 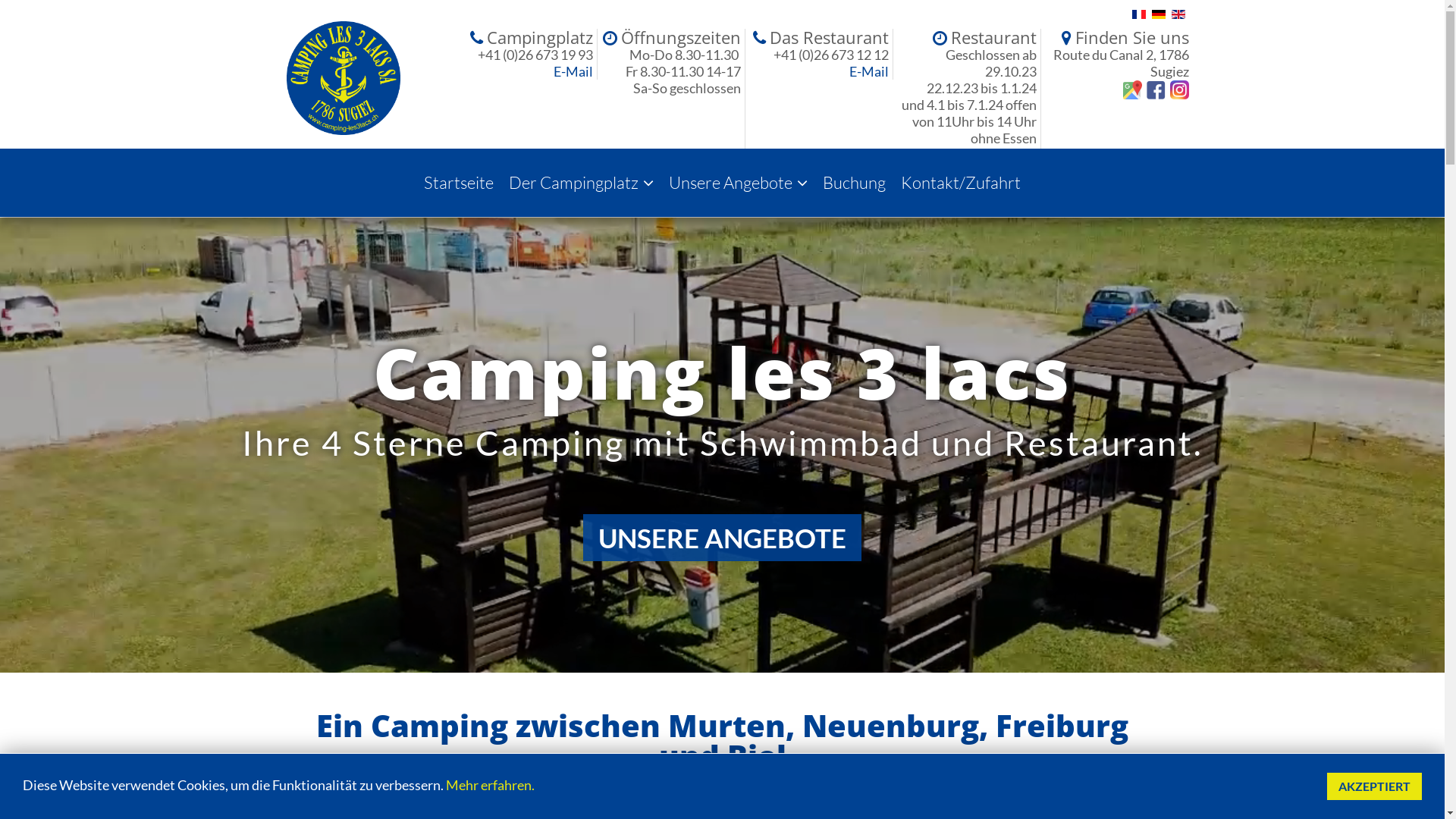 What do you see at coordinates (960, 181) in the screenshot?
I see `'Kontakt/Zufahrt'` at bounding box center [960, 181].